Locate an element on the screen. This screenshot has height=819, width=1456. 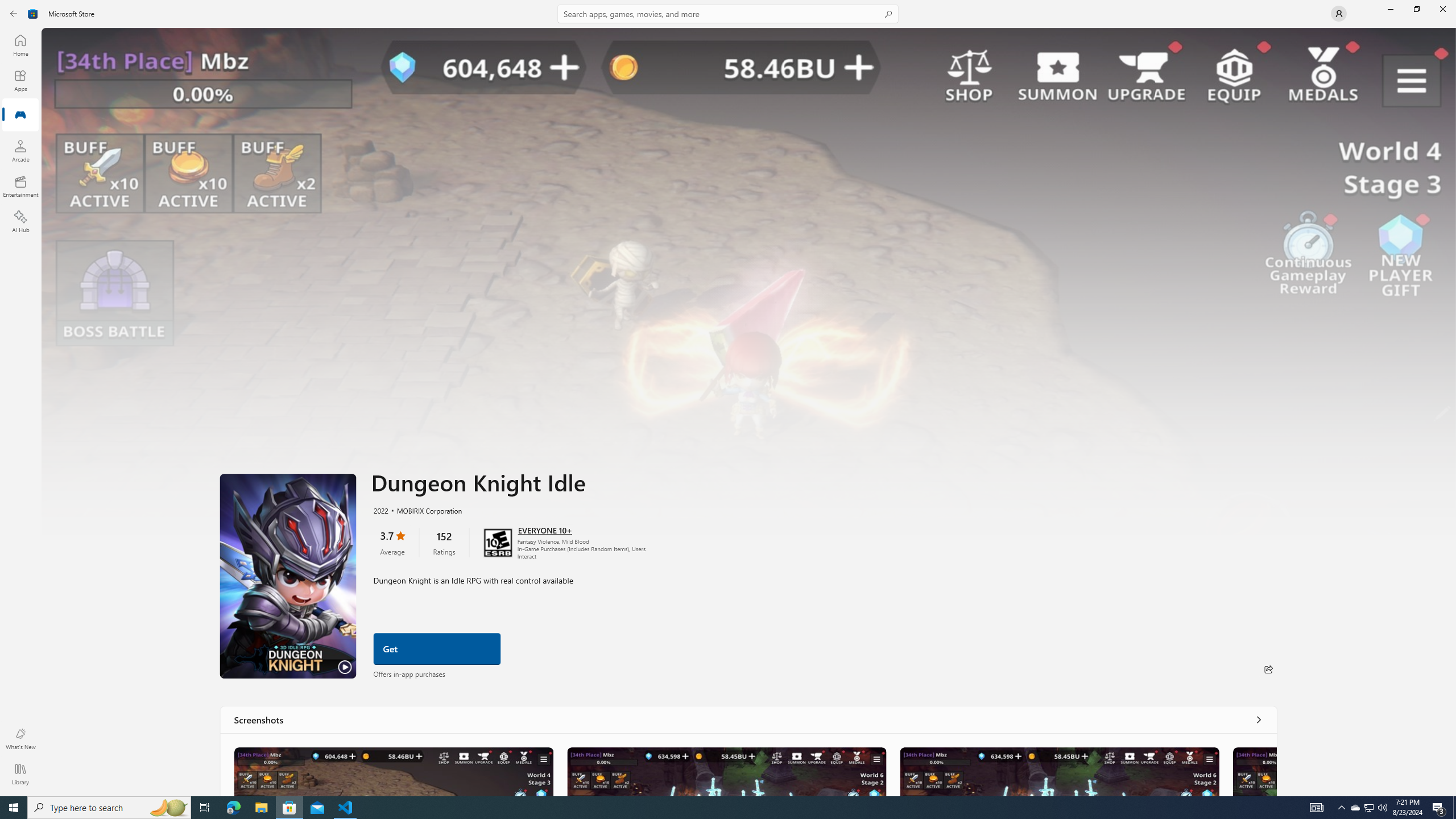
'See all' is located at coordinates (1259, 719).